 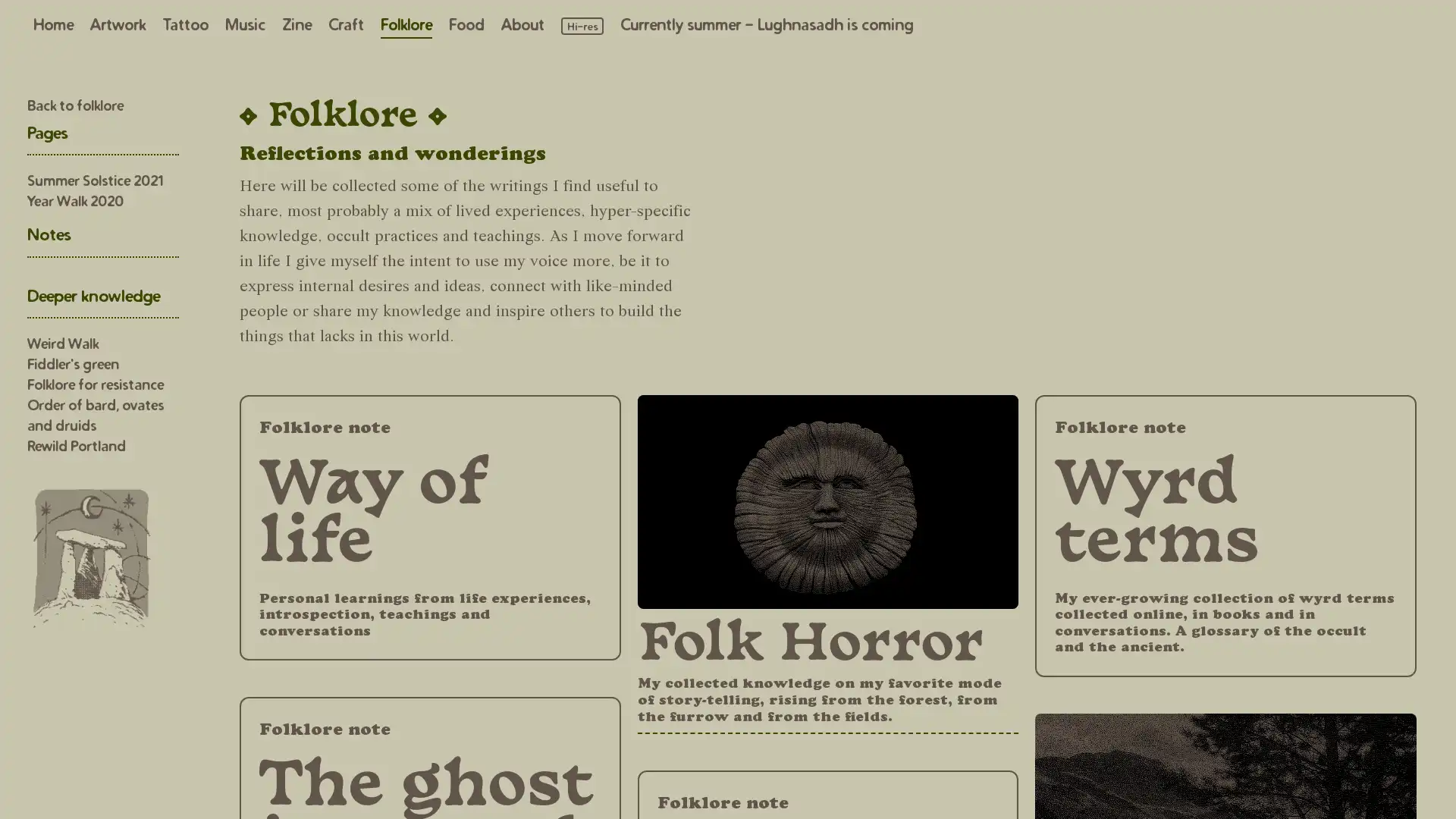 What do you see at coordinates (582, 26) in the screenshot?
I see `Load high resolution images` at bounding box center [582, 26].